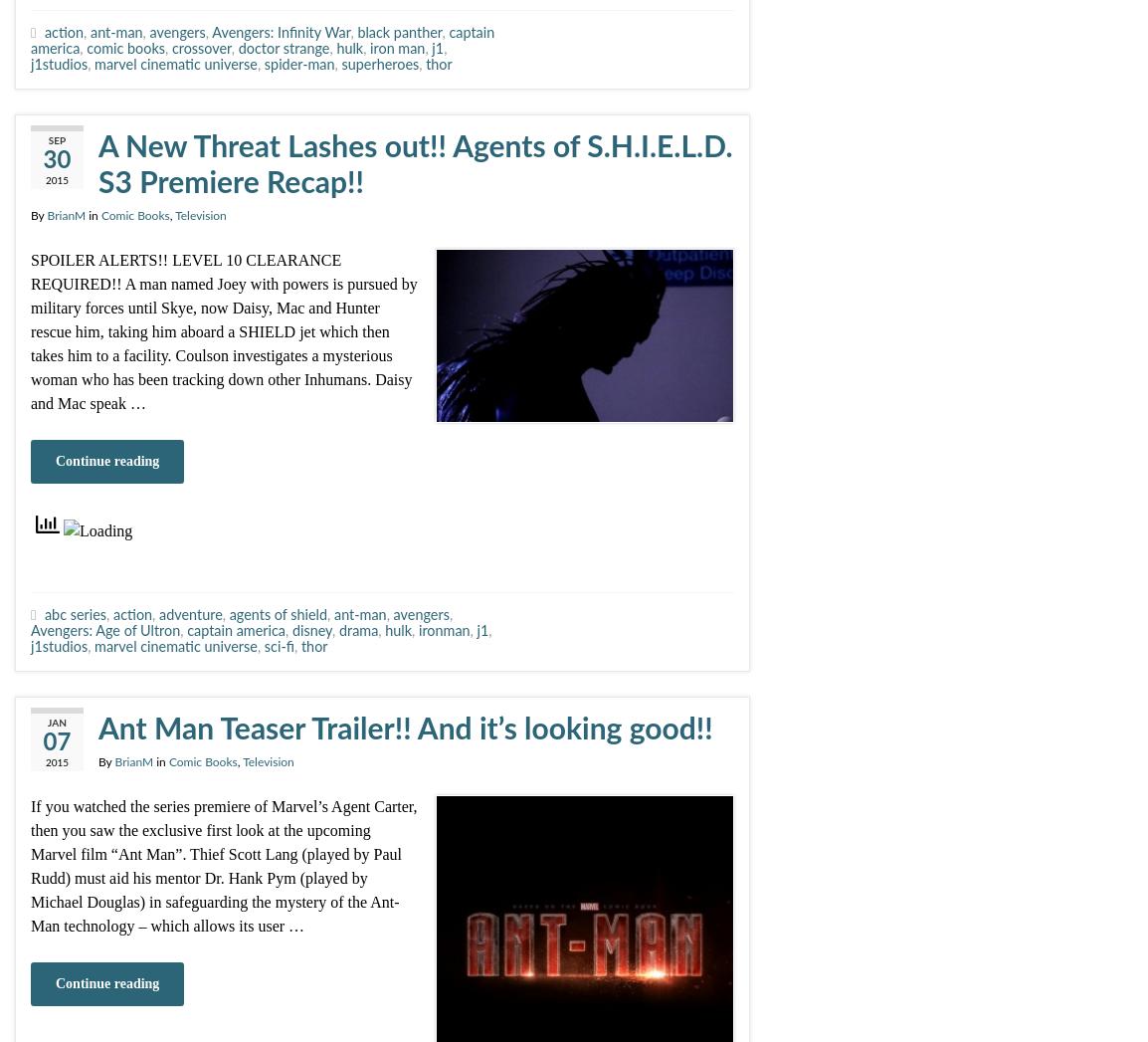 The width and height of the screenshot is (1148, 1042). What do you see at coordinates (223, 865) in the screenshot?
I see `'If you watched the series premiere of Marvel’s Agent Carter, then you saw the exclusive first look at the upcoming Marvel film “Ant Man”. Thief Scott Lang (played by Paul Rudd) must aid his mentor Dr. Hank Pym (played by Michael Douglas) in safeguarding the mystery of the Ant-Man technology – which allows its user …'` at bounding box center [223, 865].